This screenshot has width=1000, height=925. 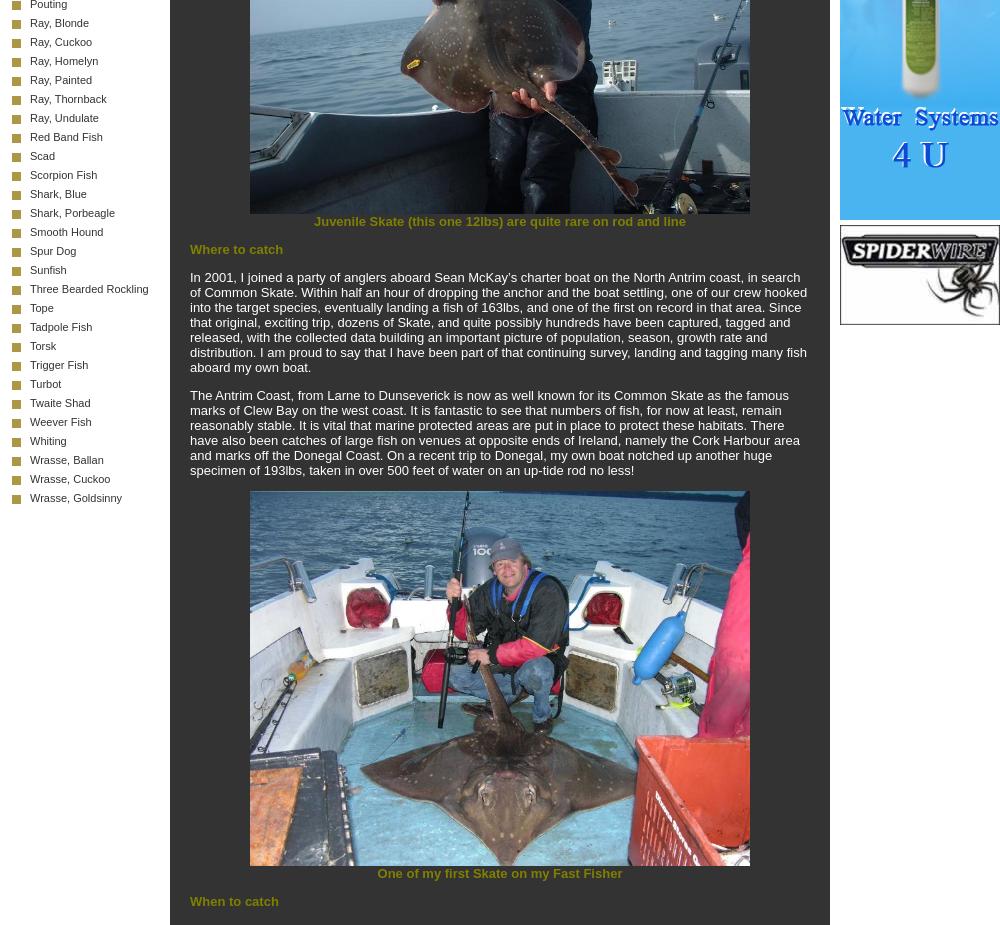 I want to click on 'Scorpion Fish', so click(x=62, y=174).